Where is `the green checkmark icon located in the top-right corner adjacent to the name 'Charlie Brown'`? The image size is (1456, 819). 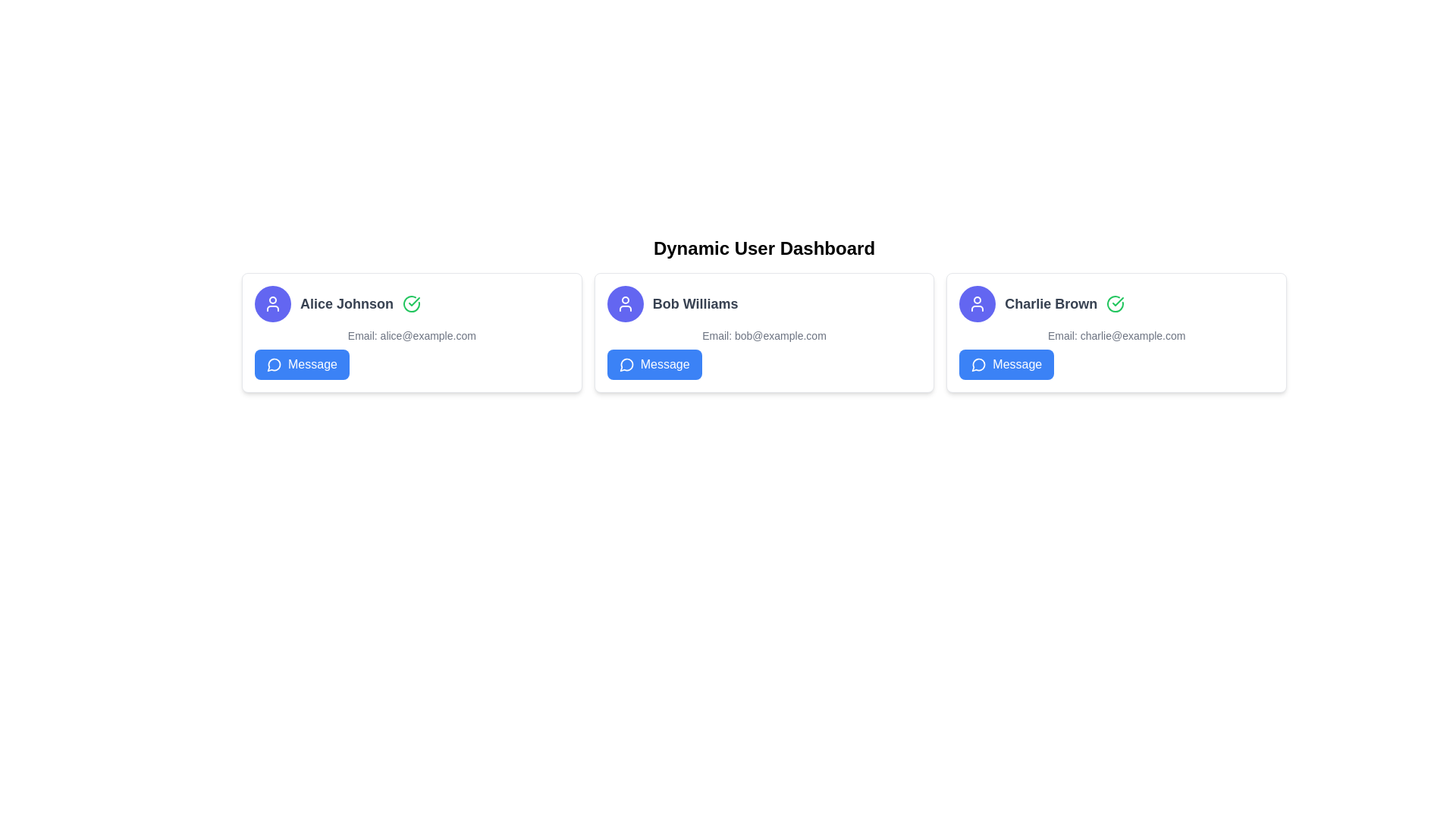
the green checkmark icon located in the top-right corner adjacent to the name 'Charlie Brown' is located at coordinates (1116, 304).